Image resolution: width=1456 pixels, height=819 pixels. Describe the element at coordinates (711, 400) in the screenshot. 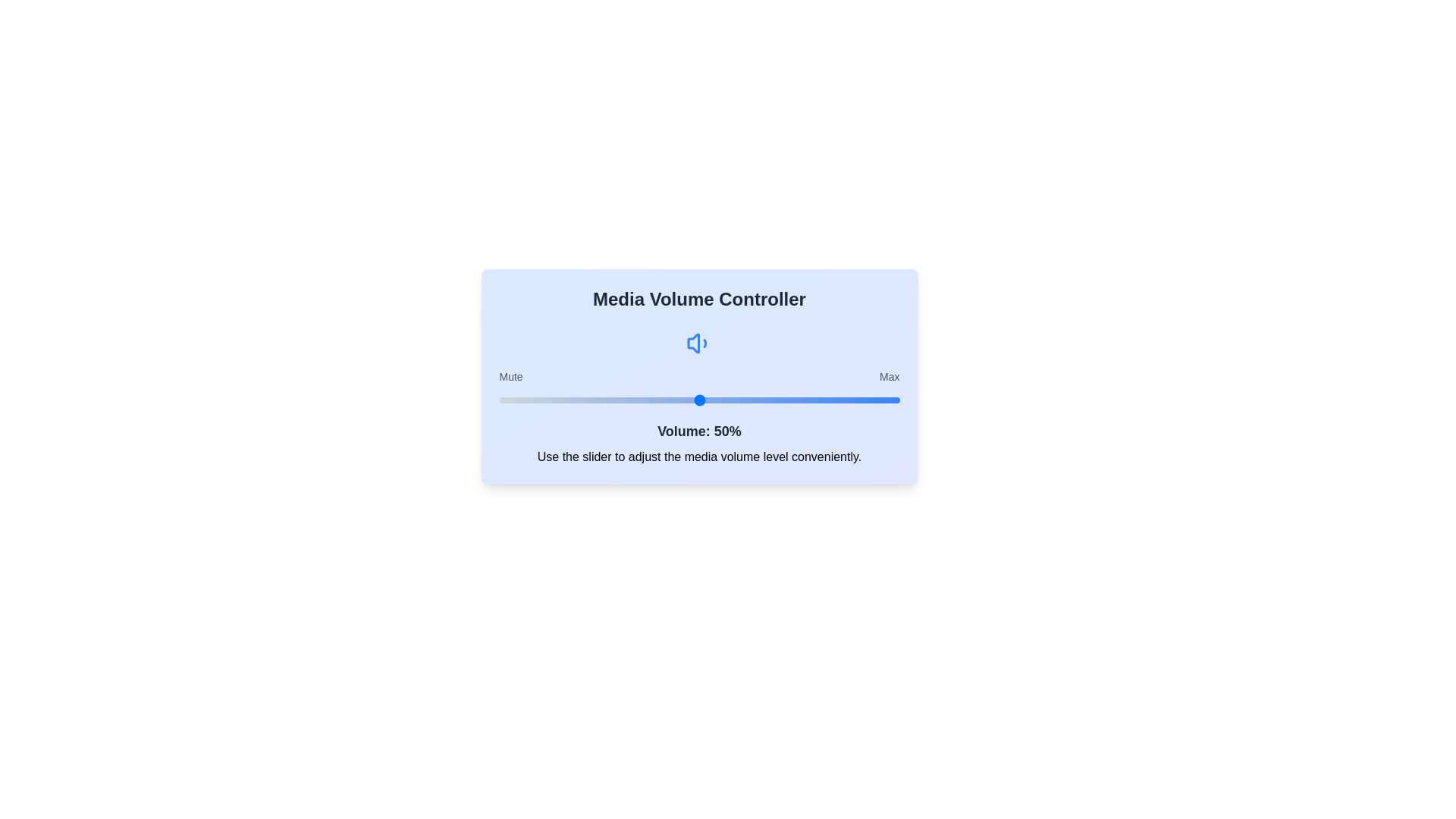

I see `the volume to 53% by adjusting the slider` at that location.